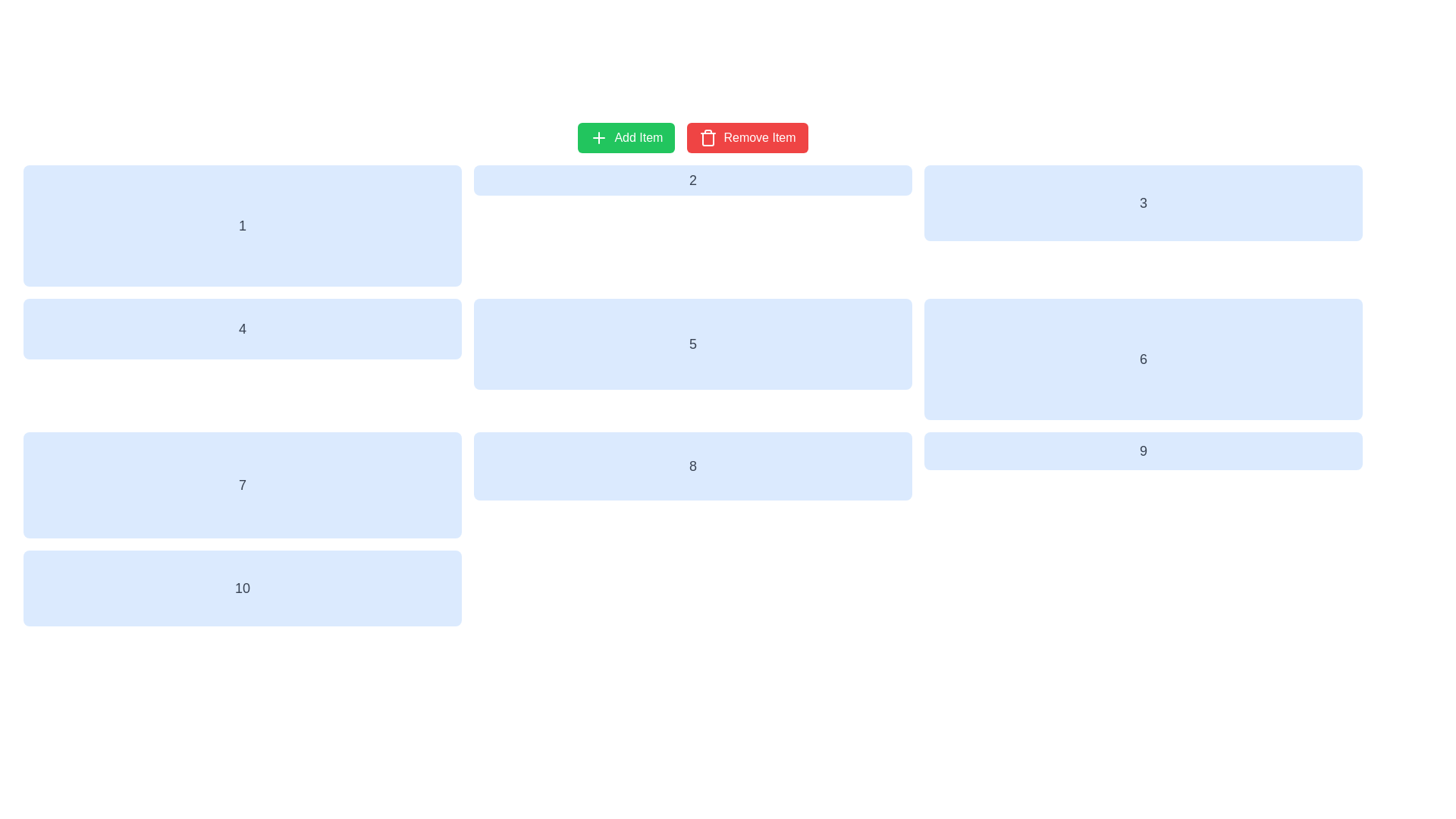 The image size is (1456, 819). What do you see at coordinates (1143, 450) in the screenshot?
I see `the text label displaying the character '9', which is styled with a larger text size and bold font weight, located in the blue rectangular section with rounded edges and light grey background` at bounding box center [1143, 450].